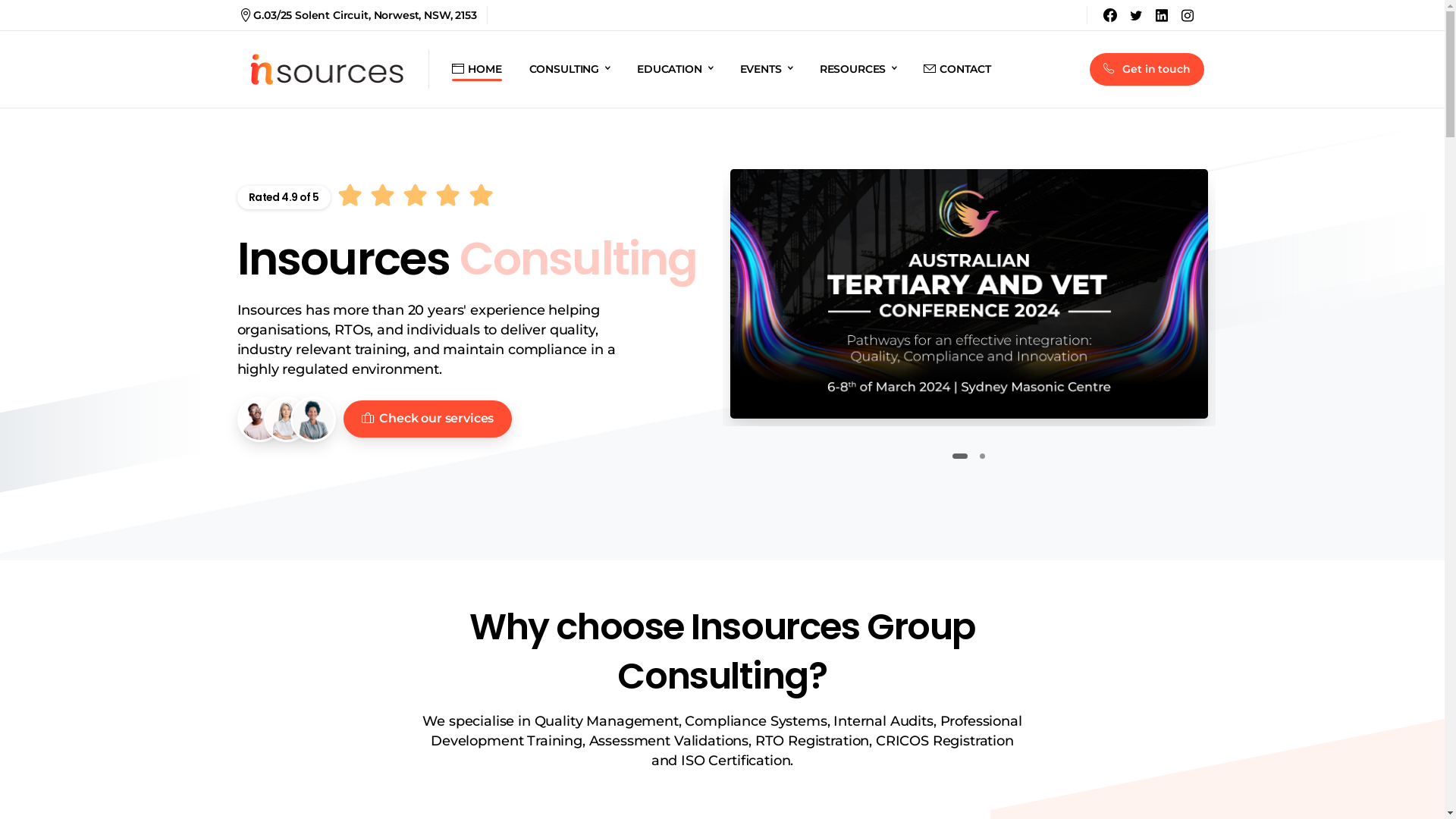 The image size is (1456, 819). What do you see at coordinates (858, 69) in the screenshot?
I see `'RESOURCES'` at bounding box center [858, 69].